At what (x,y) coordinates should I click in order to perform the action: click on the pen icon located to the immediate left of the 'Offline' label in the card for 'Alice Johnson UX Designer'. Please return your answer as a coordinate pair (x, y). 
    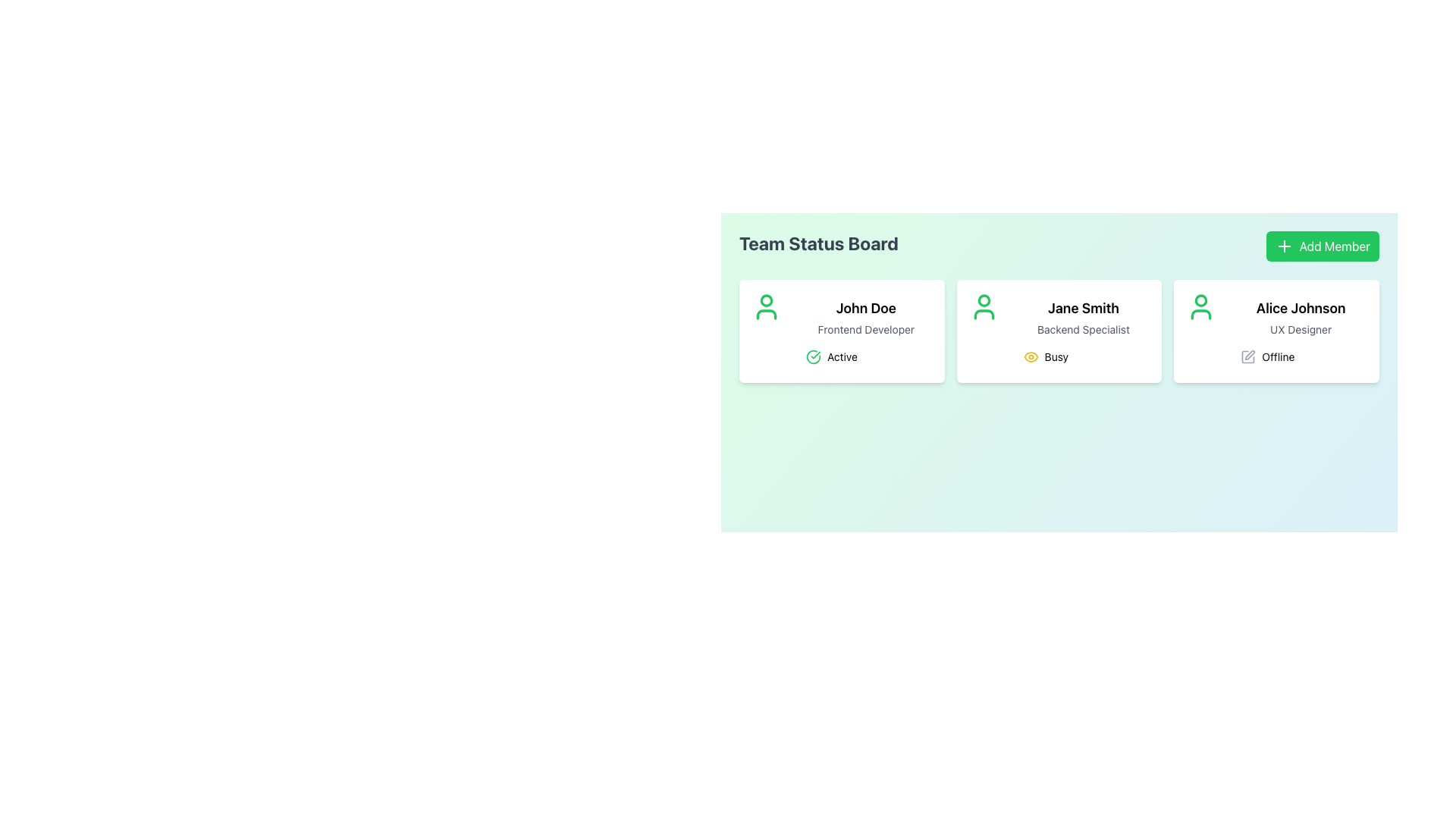
    Looking at the image, I should click on (1248, 356).